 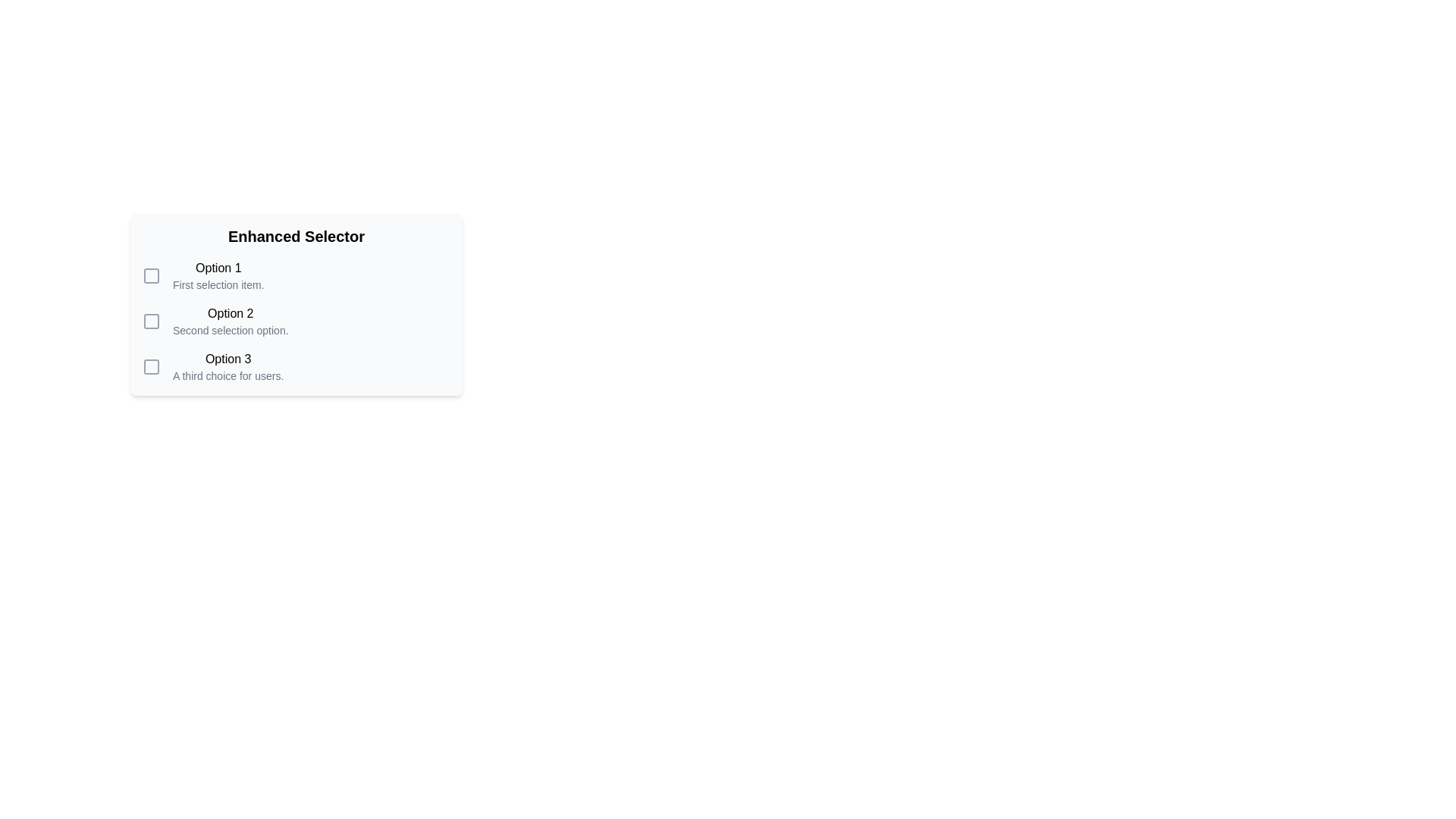 I want to click on the text label element reading 'Second selection option' which is styled in small-sized gray font and positioned directly beneath the bold 'Option 2' label, so click(x=230, y=329).